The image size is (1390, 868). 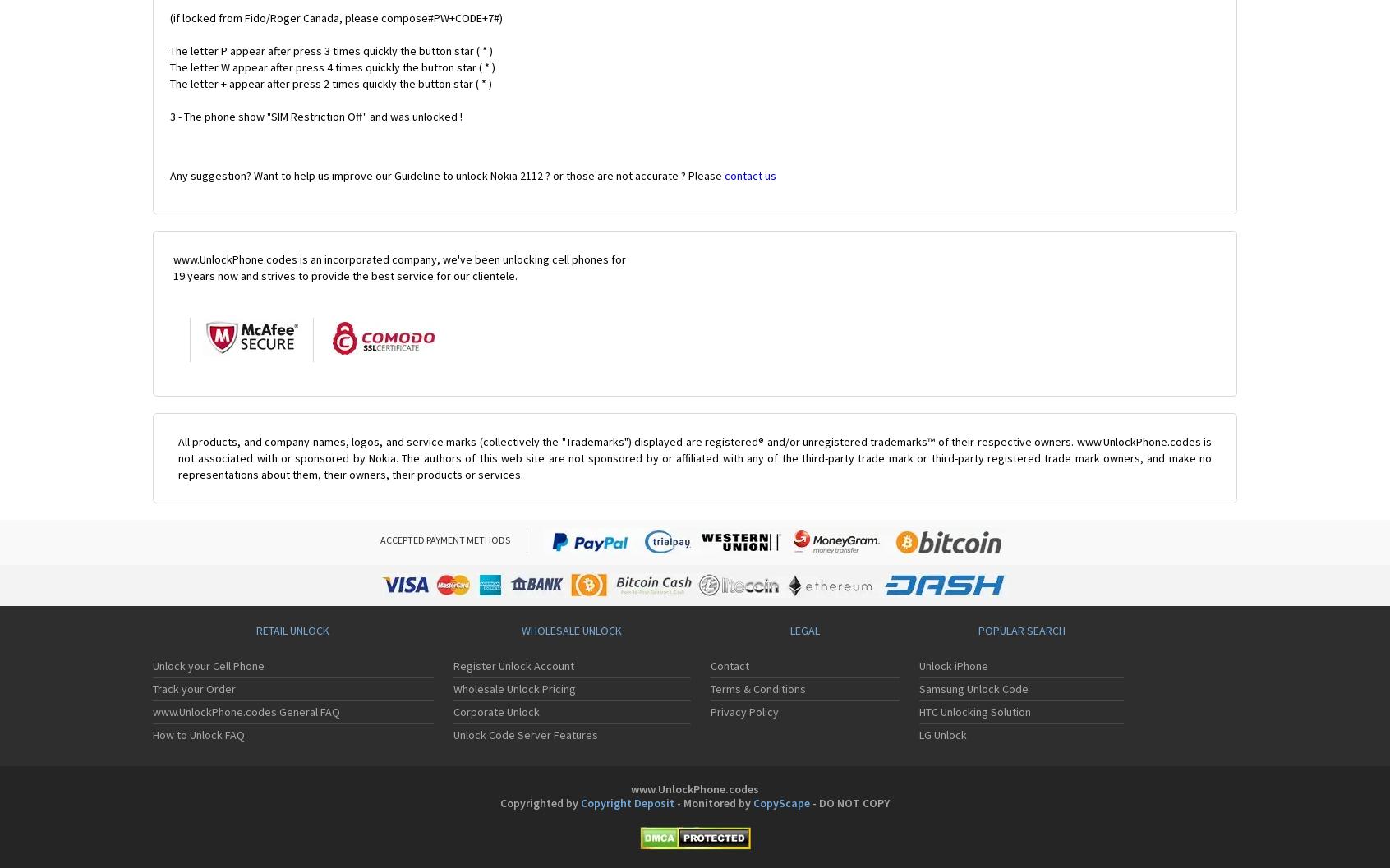 What do you see at coordinates (753, 803) in the screenshot?
I see `'CopyScape'` at bounding box center [753, 803].